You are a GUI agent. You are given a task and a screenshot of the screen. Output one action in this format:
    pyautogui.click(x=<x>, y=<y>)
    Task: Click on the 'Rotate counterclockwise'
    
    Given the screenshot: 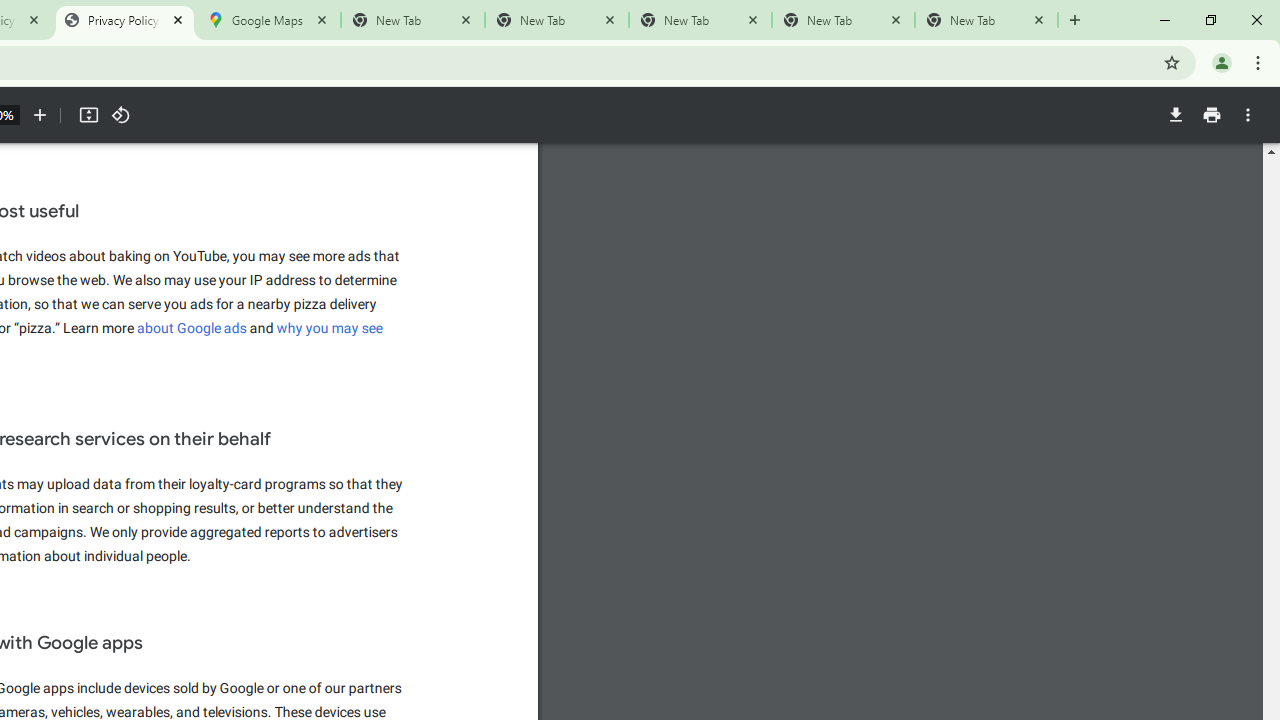 What is the action you would take?
    pyautogui.click(x=119, y=115)
    